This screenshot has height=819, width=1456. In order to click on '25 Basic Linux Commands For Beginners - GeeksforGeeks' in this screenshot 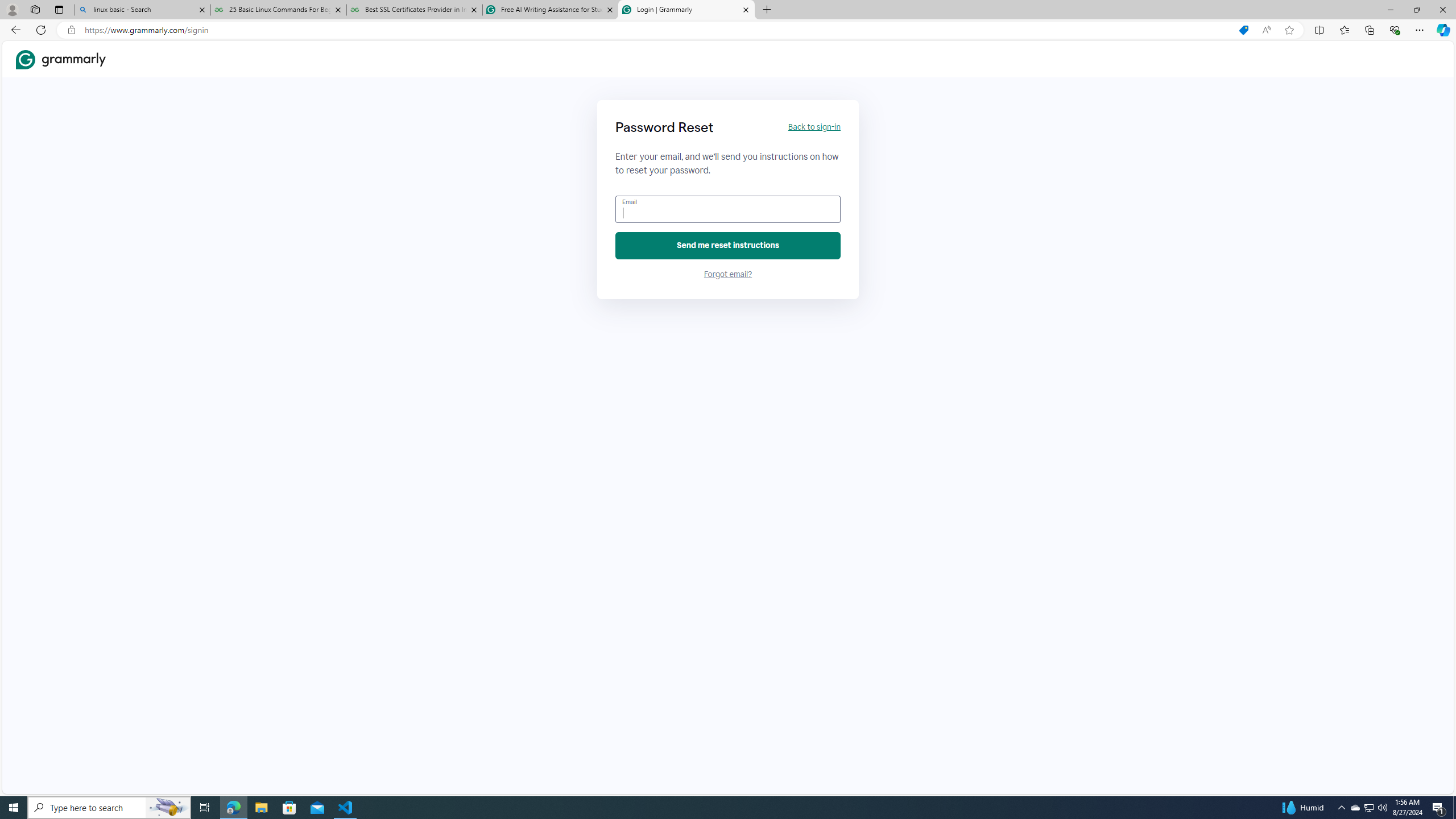, I will do `click(278, 9)`.